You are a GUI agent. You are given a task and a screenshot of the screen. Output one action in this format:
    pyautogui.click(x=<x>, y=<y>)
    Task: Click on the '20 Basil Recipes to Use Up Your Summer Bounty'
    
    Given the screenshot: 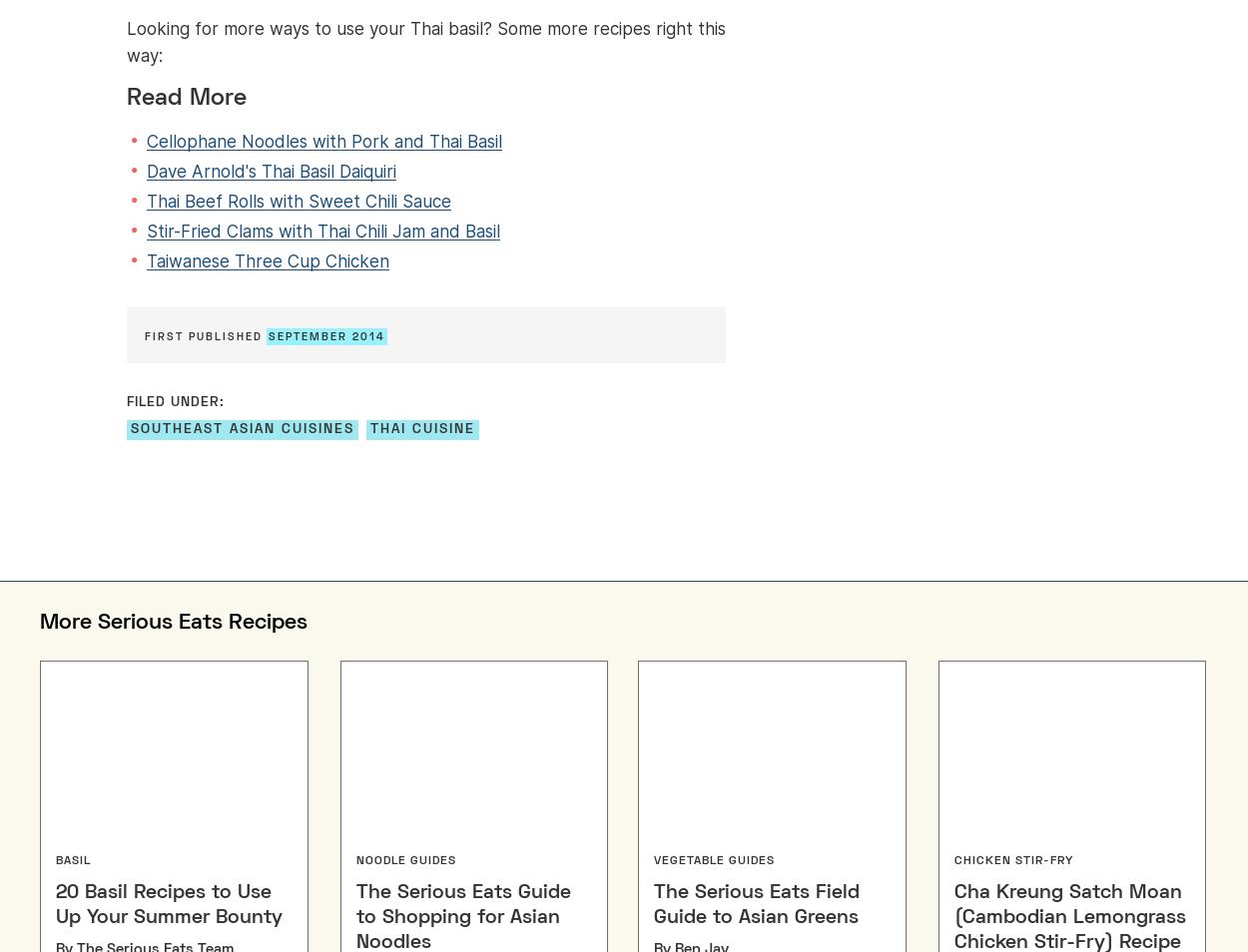 What is the action you would take?
    pyautogui.click(x=169, y=904)
    